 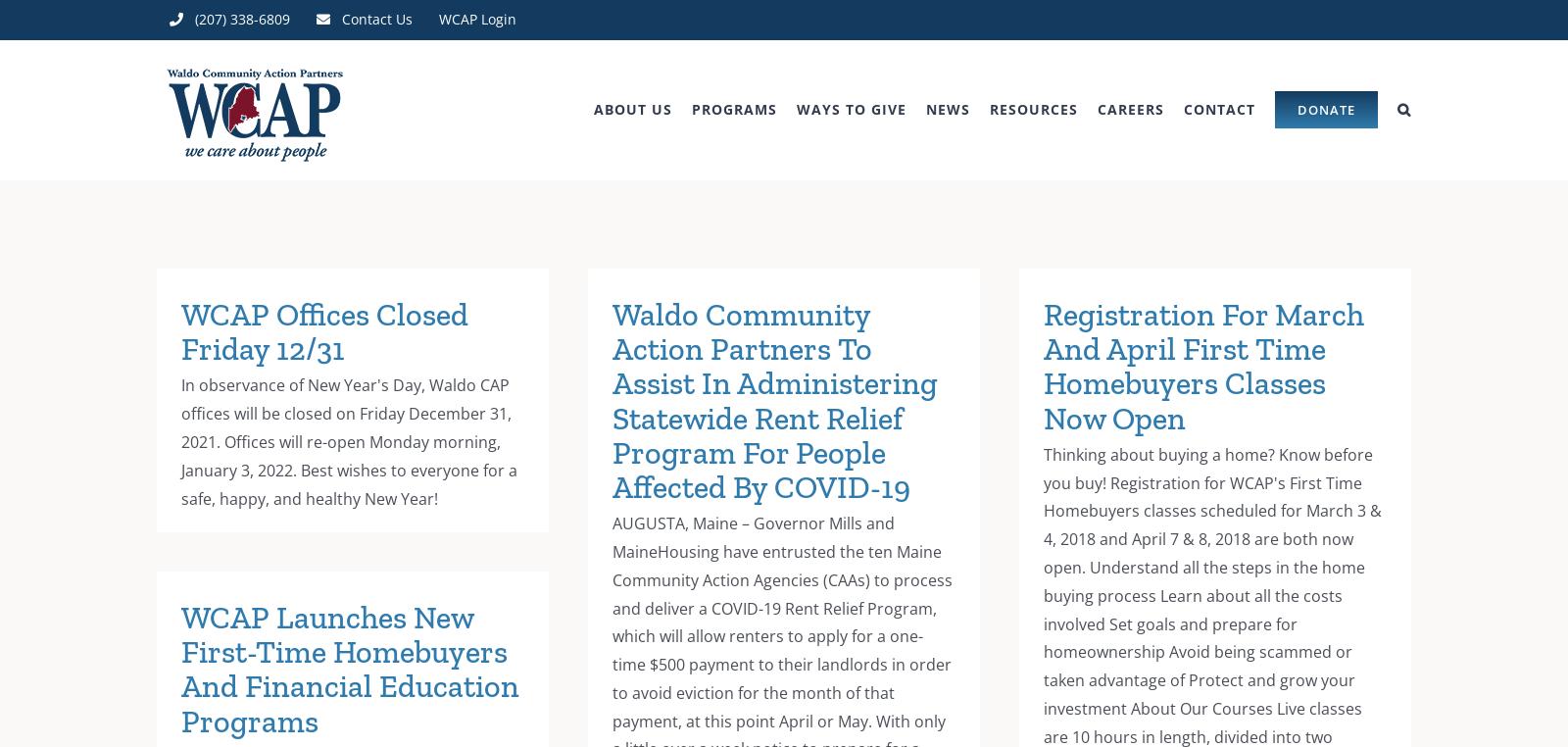 What do you see at coordinates (1056, 222) in the screenshot?
I see `'Publications & Reports'` at bounding box center [1056, 222].